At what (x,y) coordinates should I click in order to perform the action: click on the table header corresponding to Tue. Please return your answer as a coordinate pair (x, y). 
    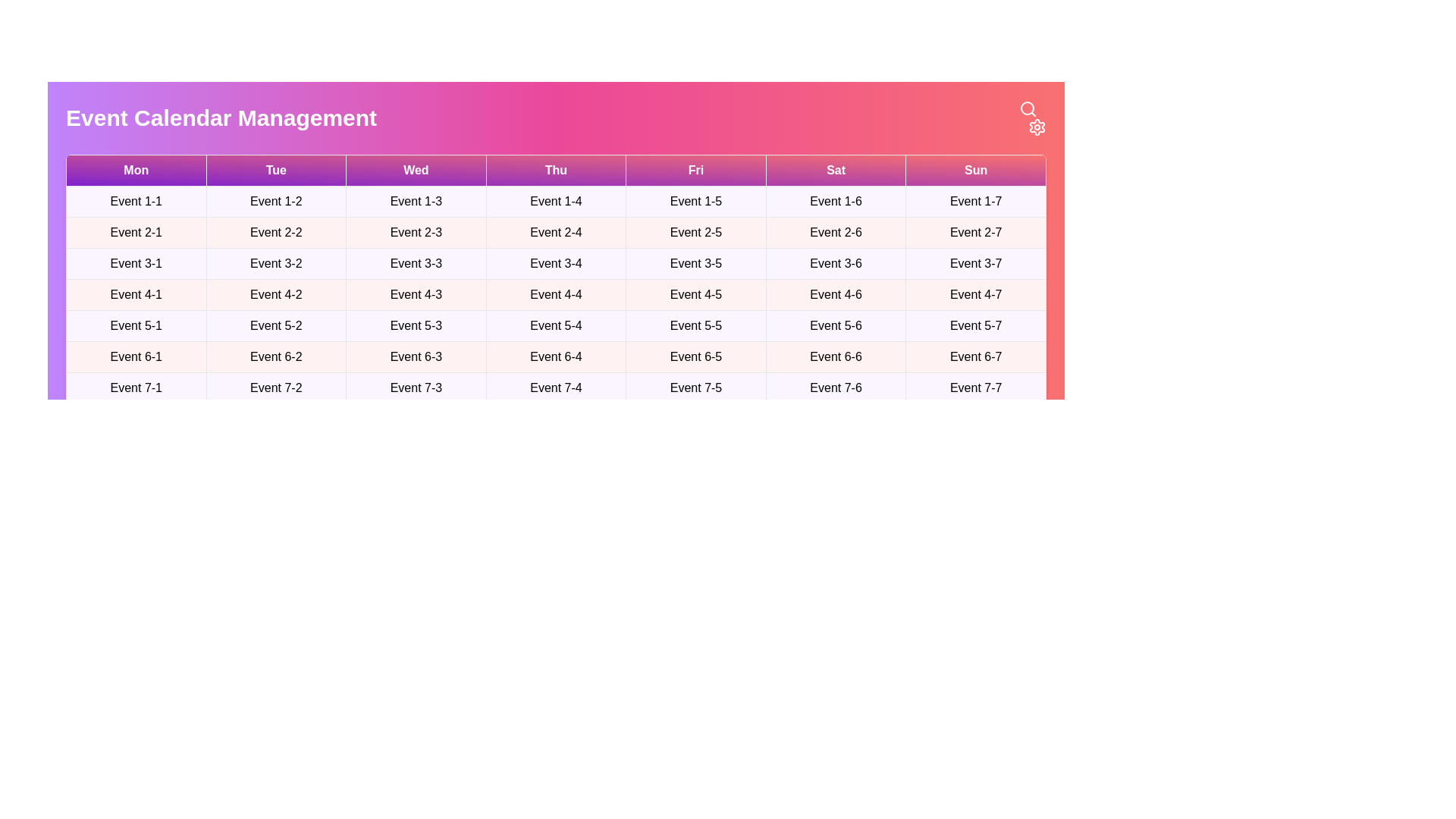
    Looking at the image, I should click on (276, 170).